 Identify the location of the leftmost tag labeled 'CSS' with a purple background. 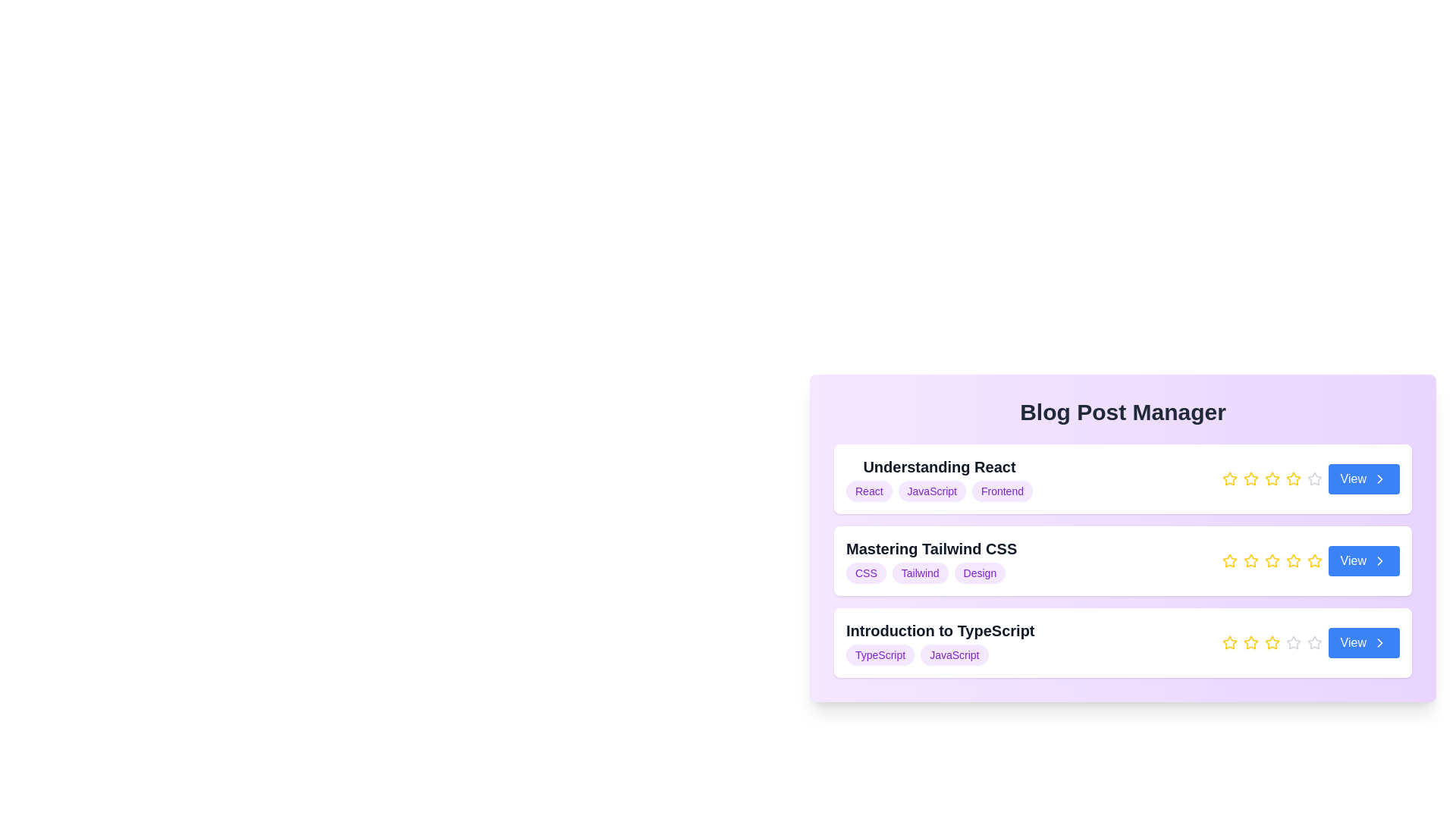
(866, 573).